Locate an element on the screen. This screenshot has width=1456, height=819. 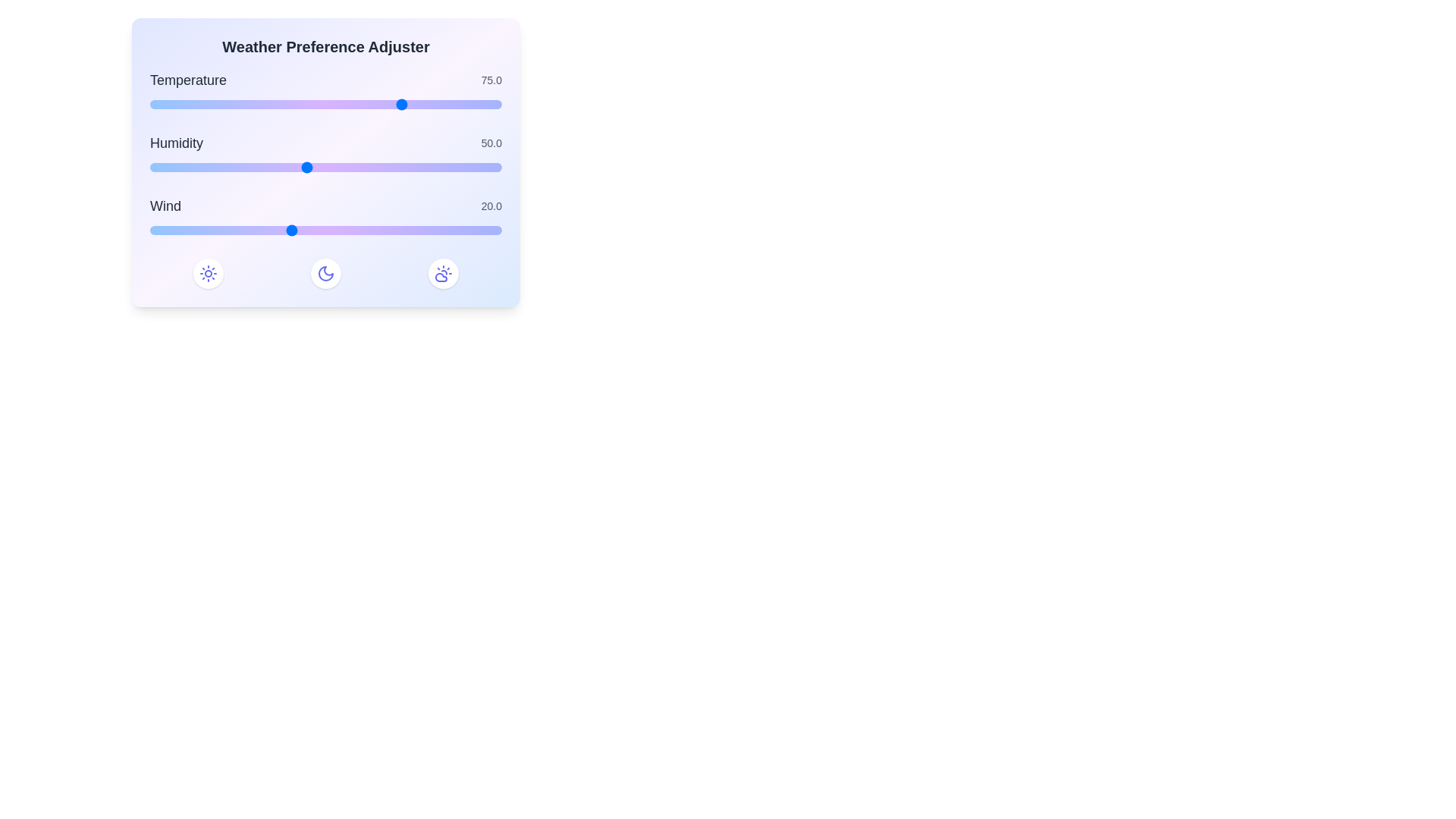
wind preference is located at coordinates (276, 231).